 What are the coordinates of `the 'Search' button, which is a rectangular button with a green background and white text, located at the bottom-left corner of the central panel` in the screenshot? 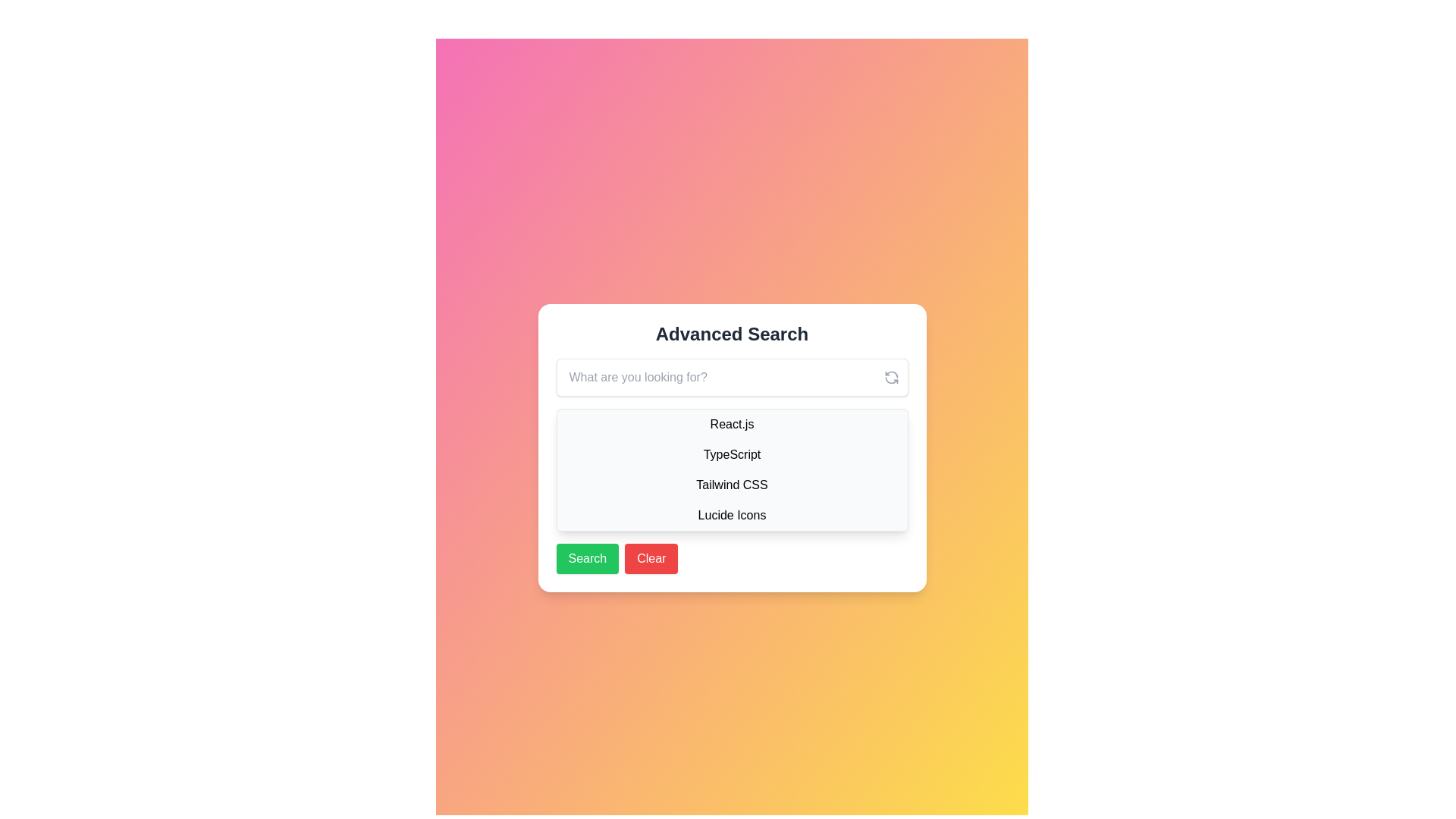 It's located at (586, 558).